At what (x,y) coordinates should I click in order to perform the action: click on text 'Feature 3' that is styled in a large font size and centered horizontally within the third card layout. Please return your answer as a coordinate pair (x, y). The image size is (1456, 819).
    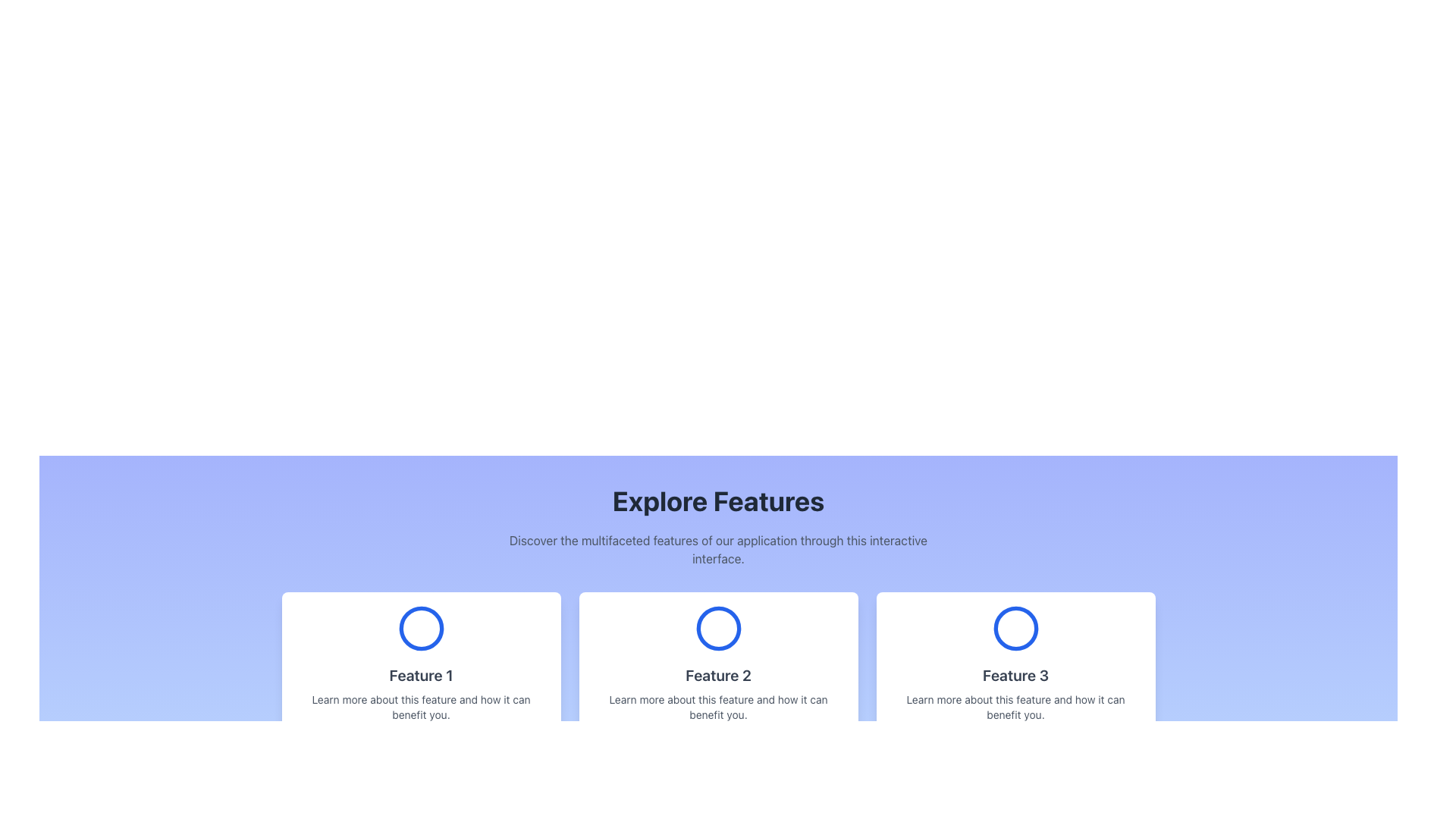
    Looking at the image, I should click on (1015, 675).